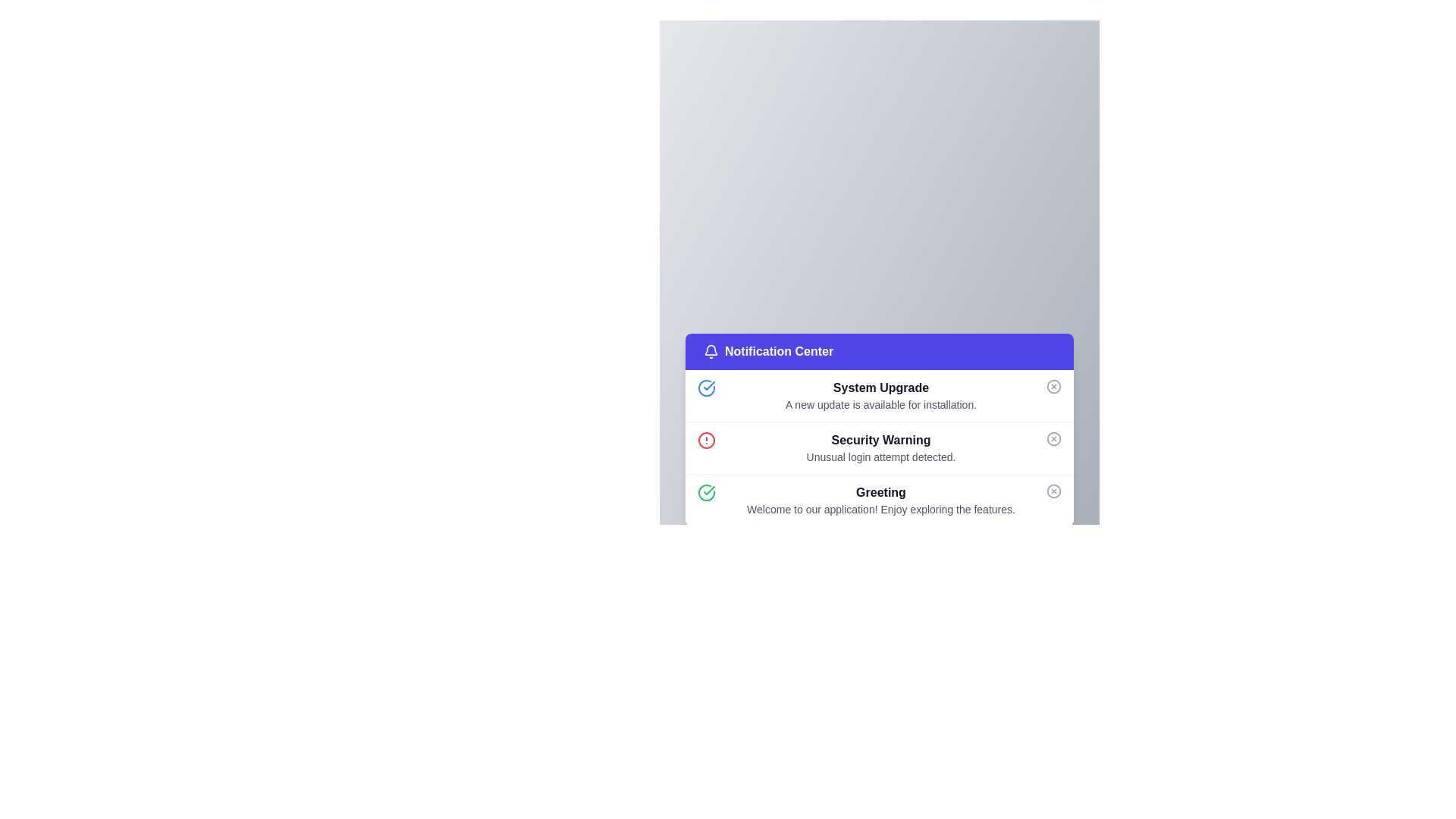 Image resolution: width=1456 pixels, height=819 pixels. I want to click on heading labeled 'Greeting', which is a bold text label in dark gray color located at the bottom-center of the interface within a notification card, so click(880, 493).